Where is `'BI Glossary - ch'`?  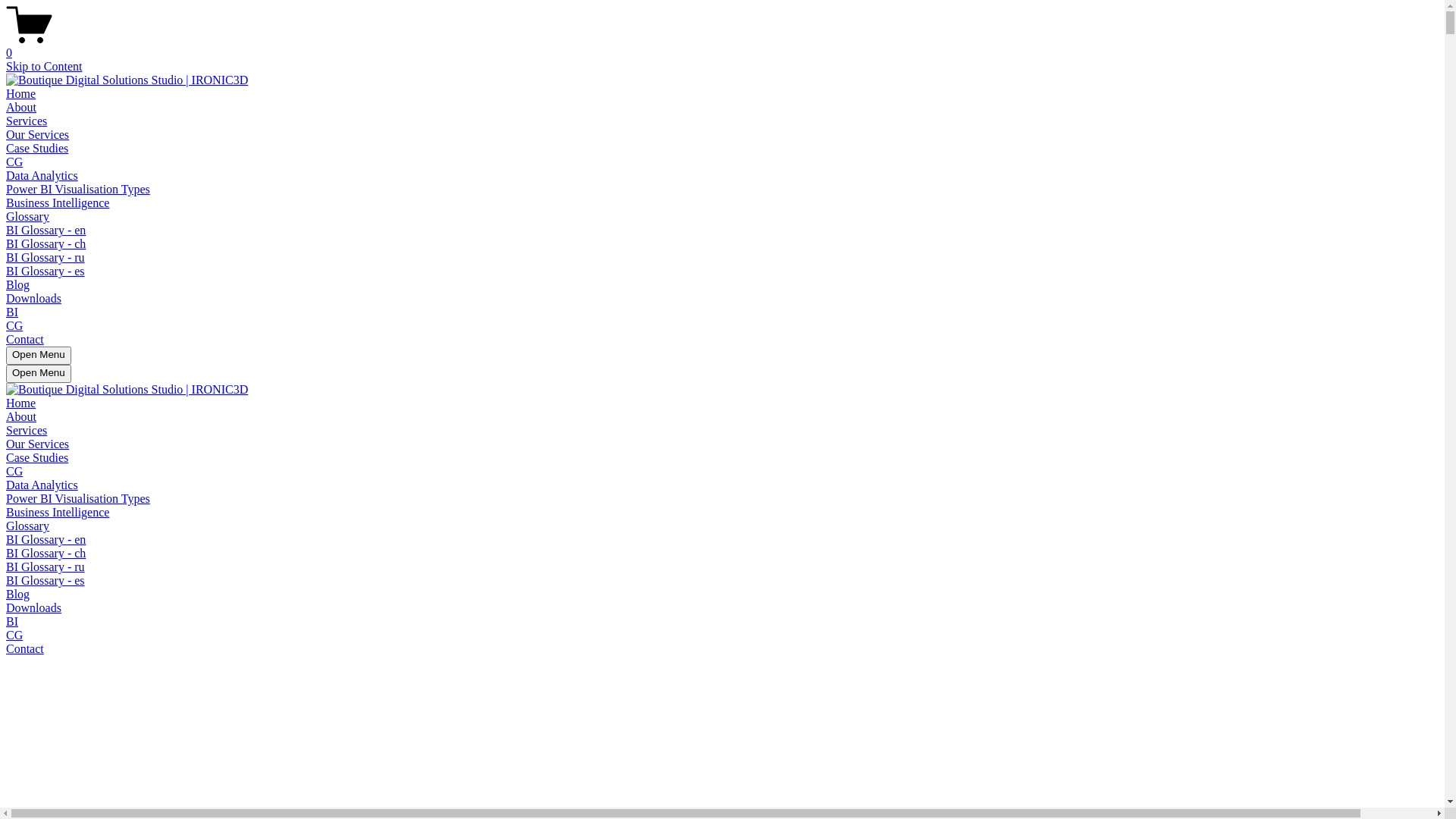 'BI Glossary - ch' is located at coordinates (45, 553).